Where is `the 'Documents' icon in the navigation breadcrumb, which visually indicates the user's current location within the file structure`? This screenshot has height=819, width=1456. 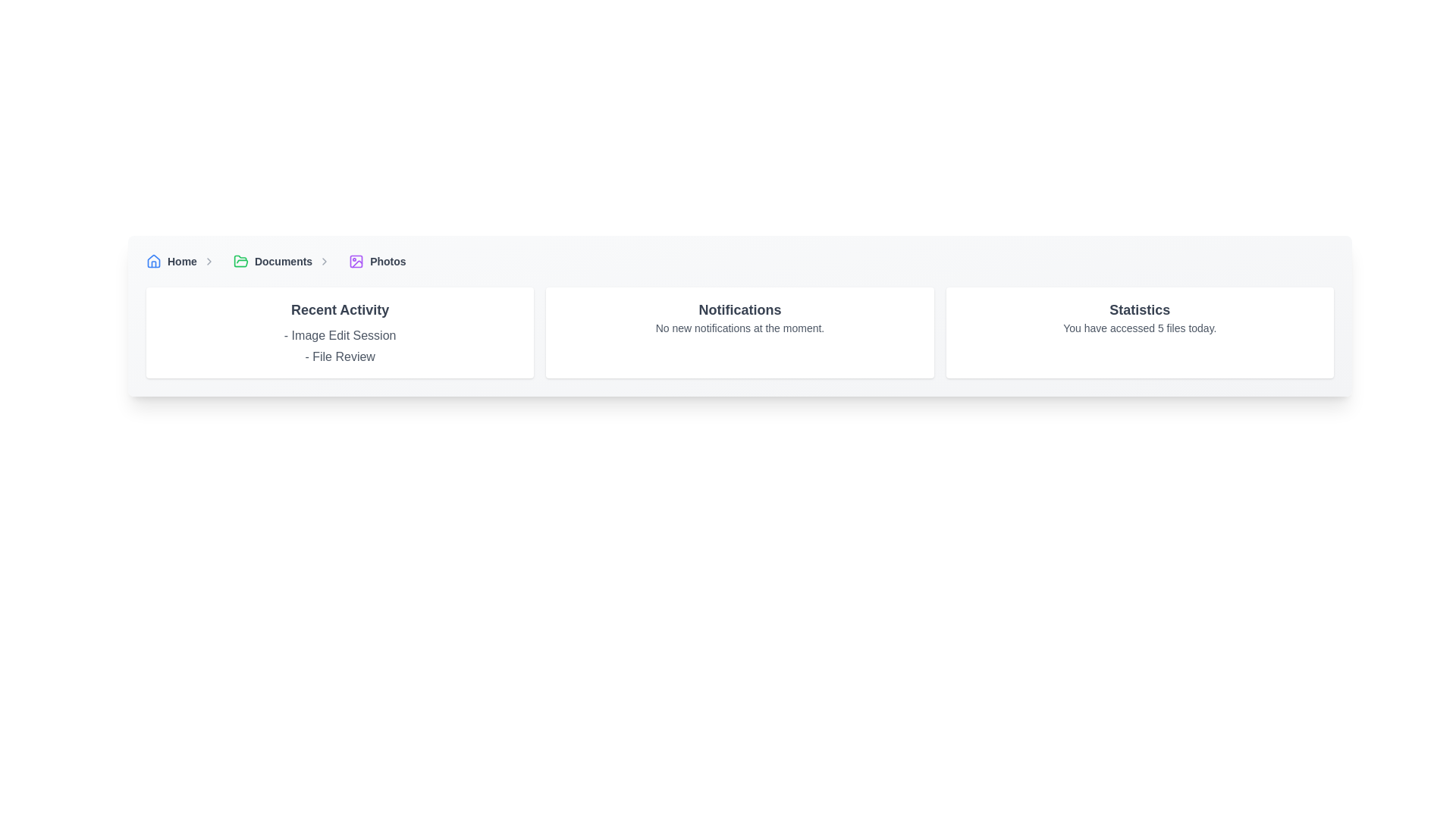 the 'Documents' icon in the navigation breadcrumb, which visually indicates the user's current location within the file structure is located at coordinates (240, 260).